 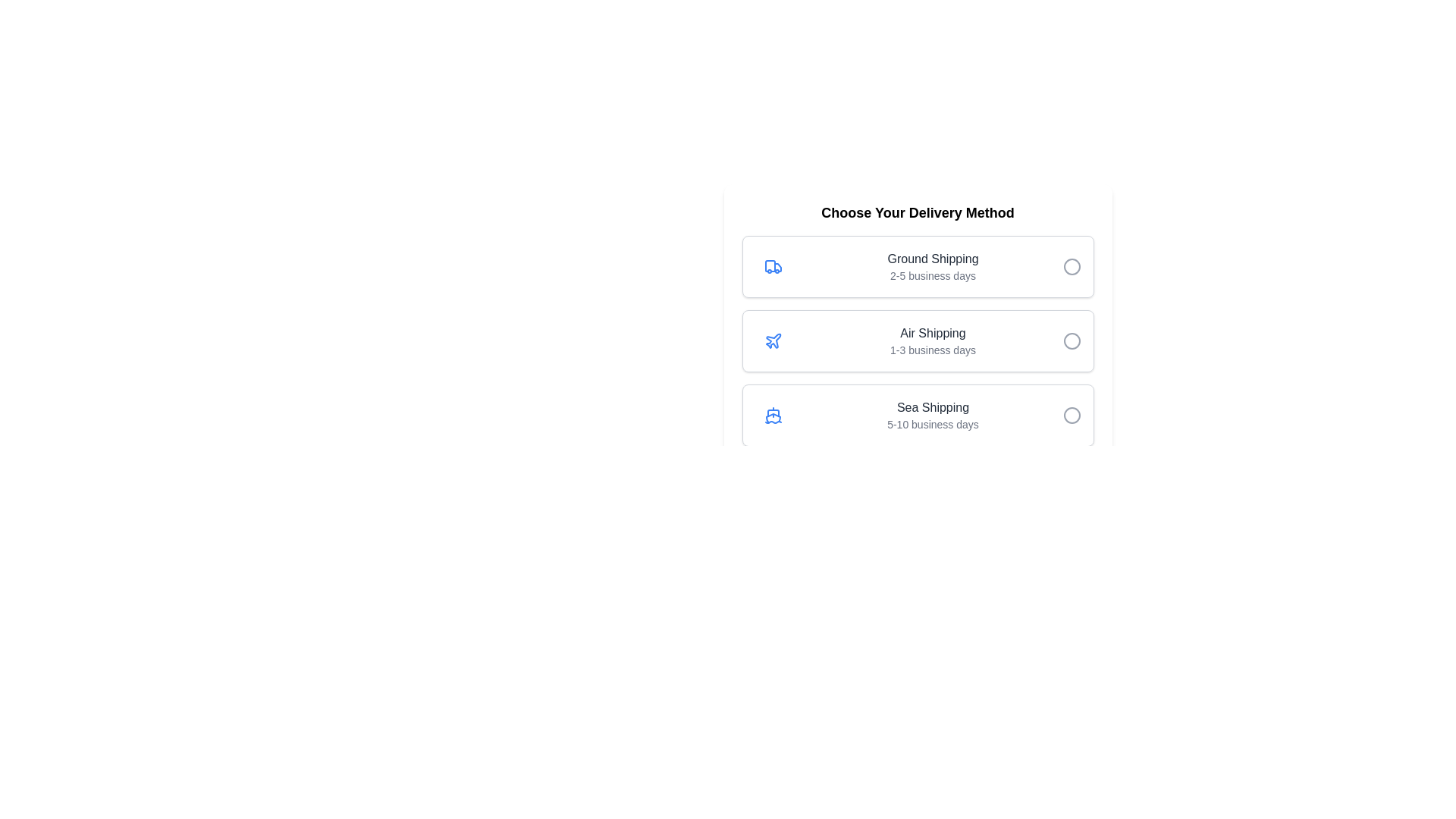 I want to click on the icon representing the cargo area of the truck for the 'Ground Shipping' option, which is the first icon in the delivery options list, located to the left of the 'Ground Shipping' label, so click(x=770, y=265).